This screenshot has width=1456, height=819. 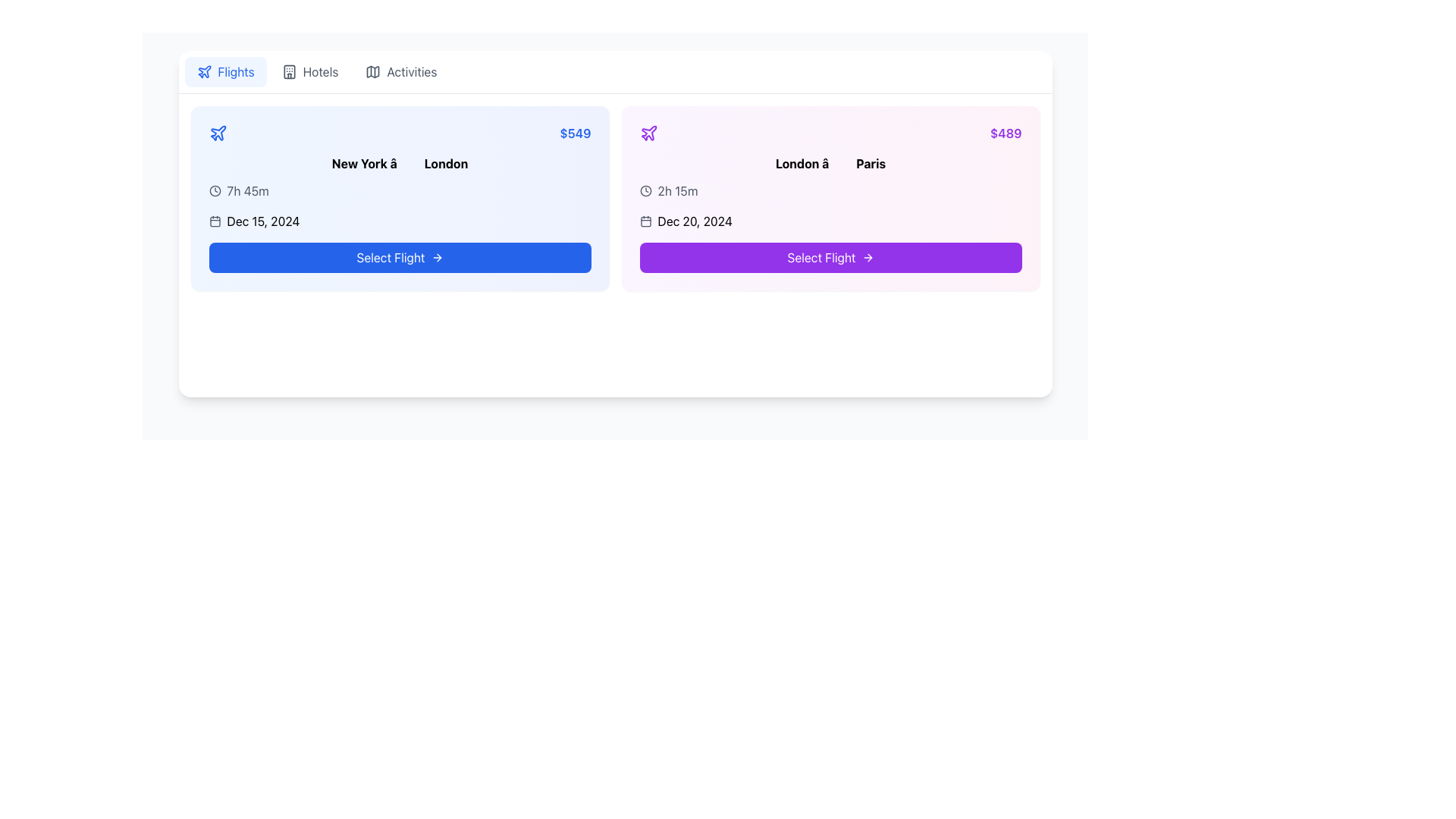 What do you see at coordinates (224, 72) in the screenshot?
I see `the 'Flights' button located at the first position in the horizontal menu` at bounding box center [224, 72].